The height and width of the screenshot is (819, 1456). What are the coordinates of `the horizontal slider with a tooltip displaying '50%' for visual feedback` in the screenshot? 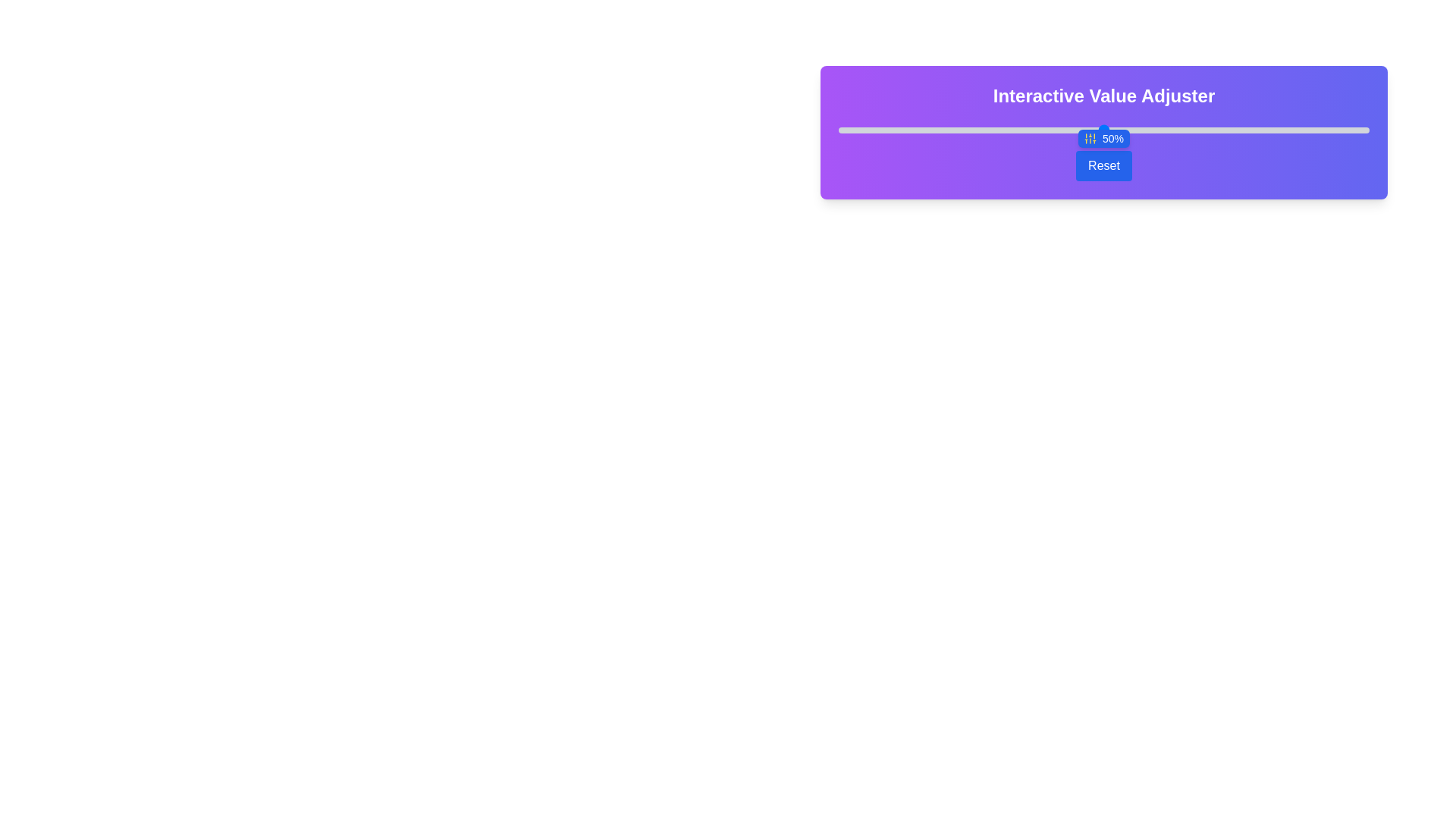 It's located at (1103, 128).